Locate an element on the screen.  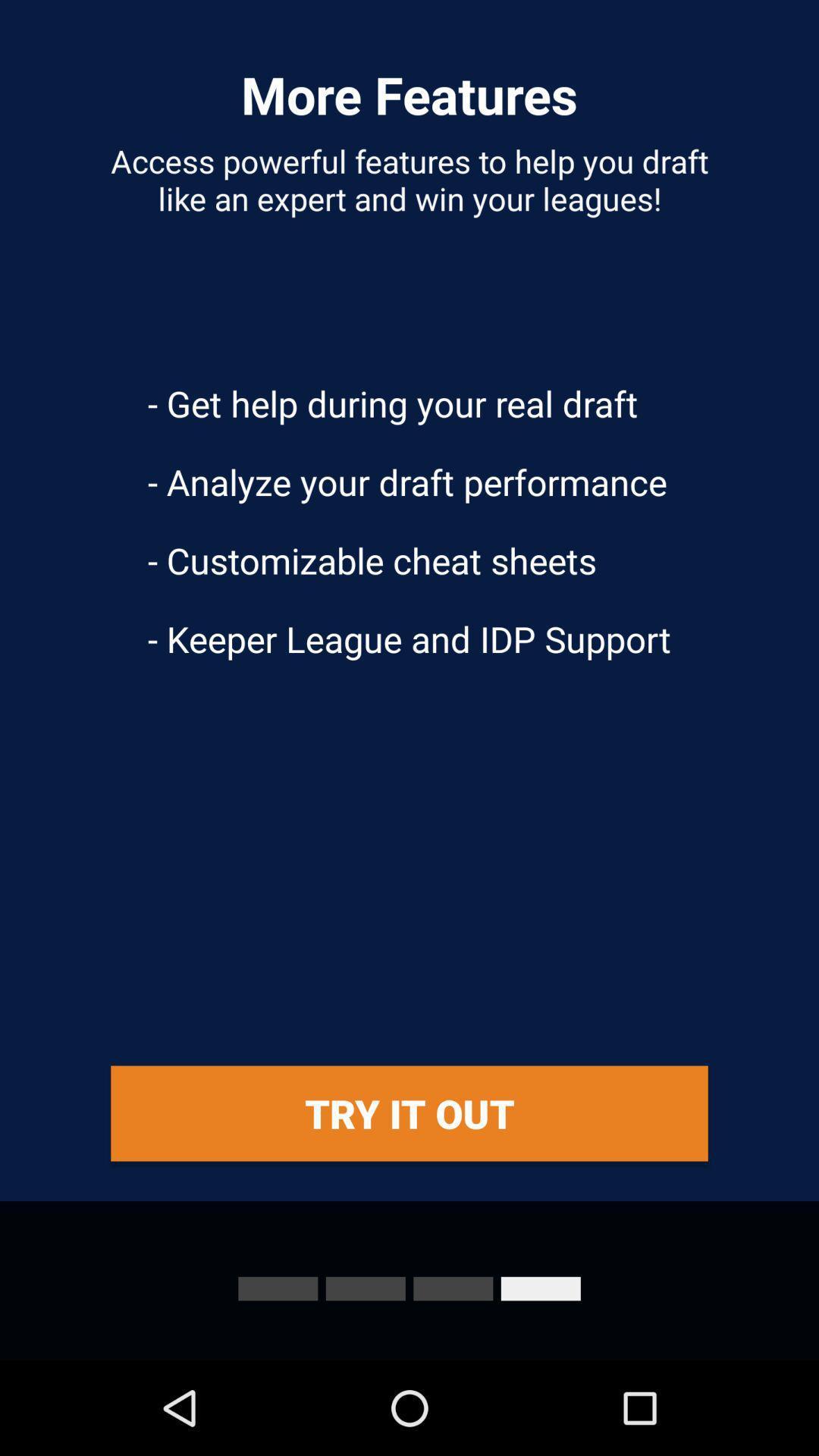
the try it out icon is located at coordinates (409, 1113).